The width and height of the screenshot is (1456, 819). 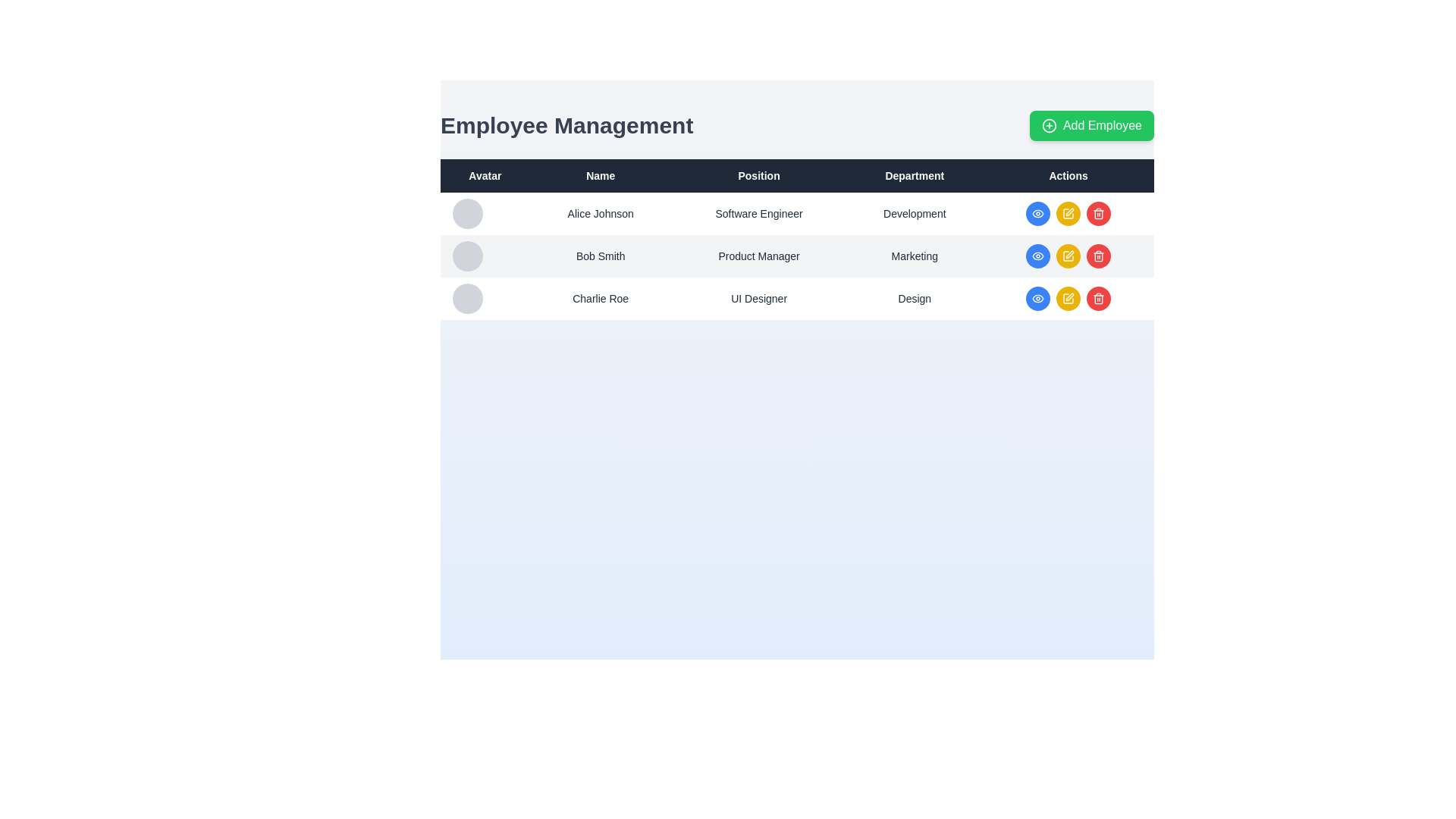 I want to click on the 'Actions' column header in the table, which is the fifth column header and located on the upper-right side of the table structure, so click(x=1068, y=174).